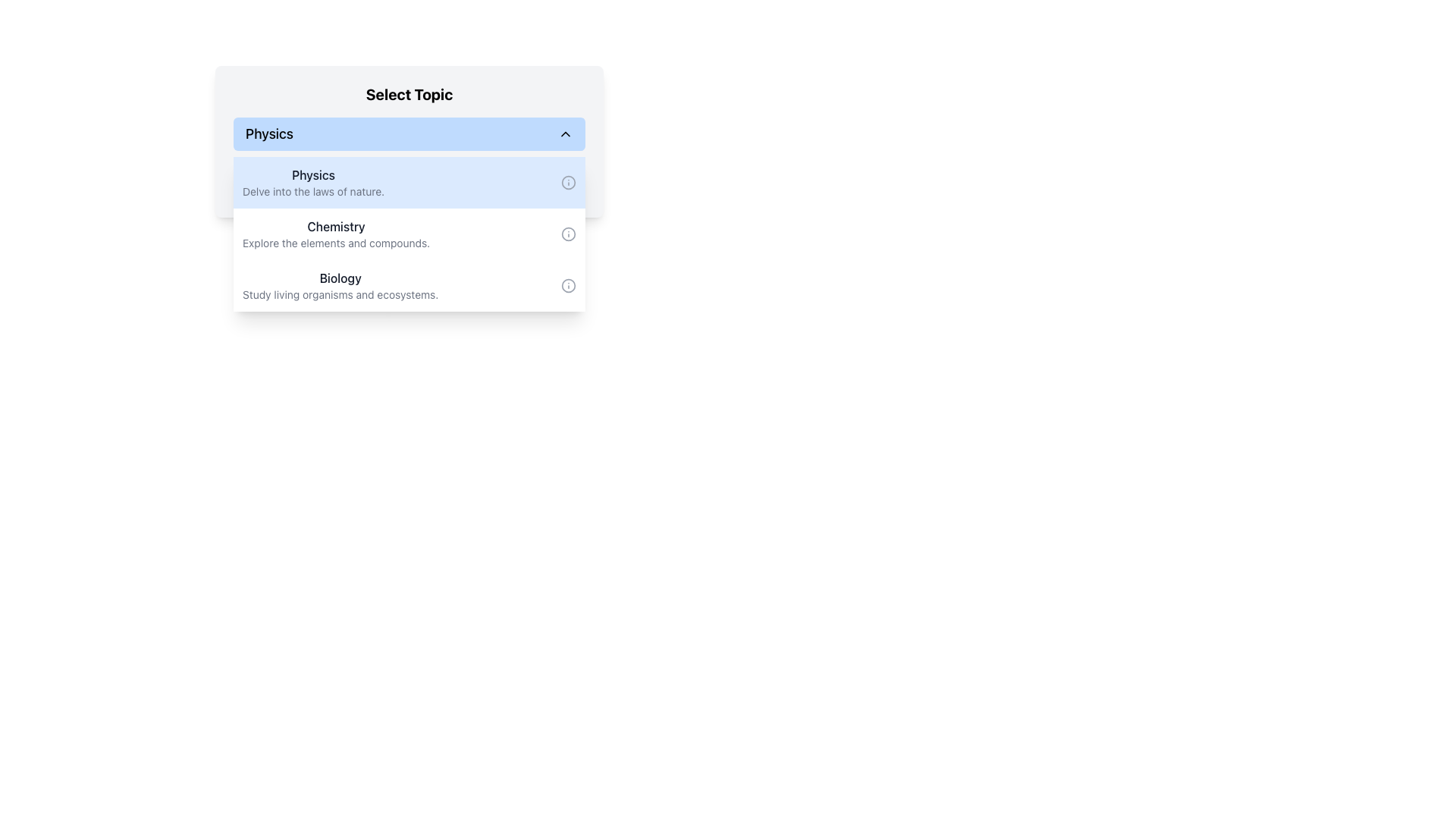 The height and width of the screenshot is (819, 1456). I want to click on the circular SVG element that represents additional information, located to the right of the 'Physics' list item in the dropdown component, so click(567, 181).